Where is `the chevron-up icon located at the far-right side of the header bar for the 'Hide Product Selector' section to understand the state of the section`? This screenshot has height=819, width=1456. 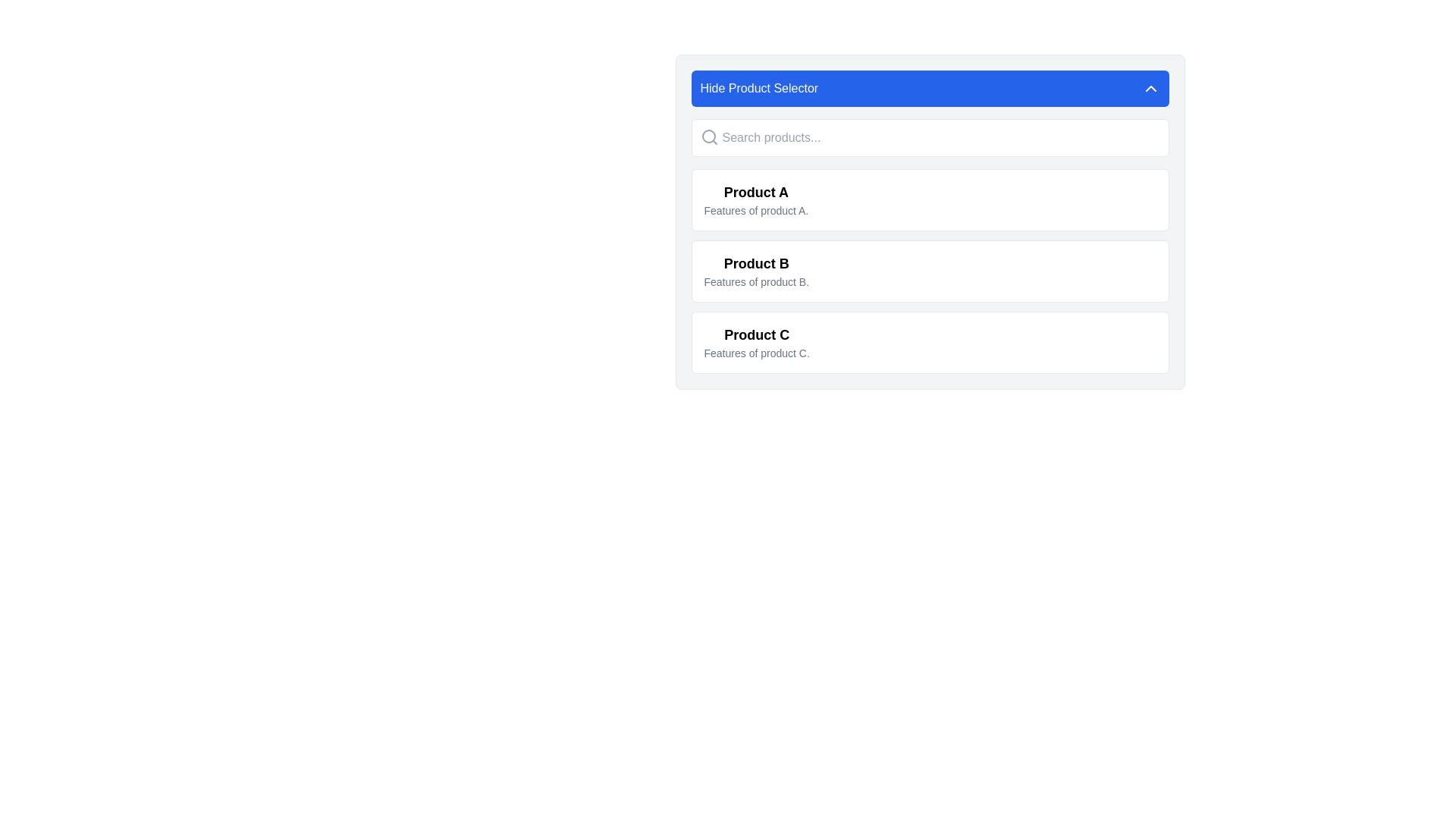
the chevron-up icon located at the far-right side of the header bar for the 'Hide Product Selector' section to understand the state of the section is located at coordinates (1150, 88).